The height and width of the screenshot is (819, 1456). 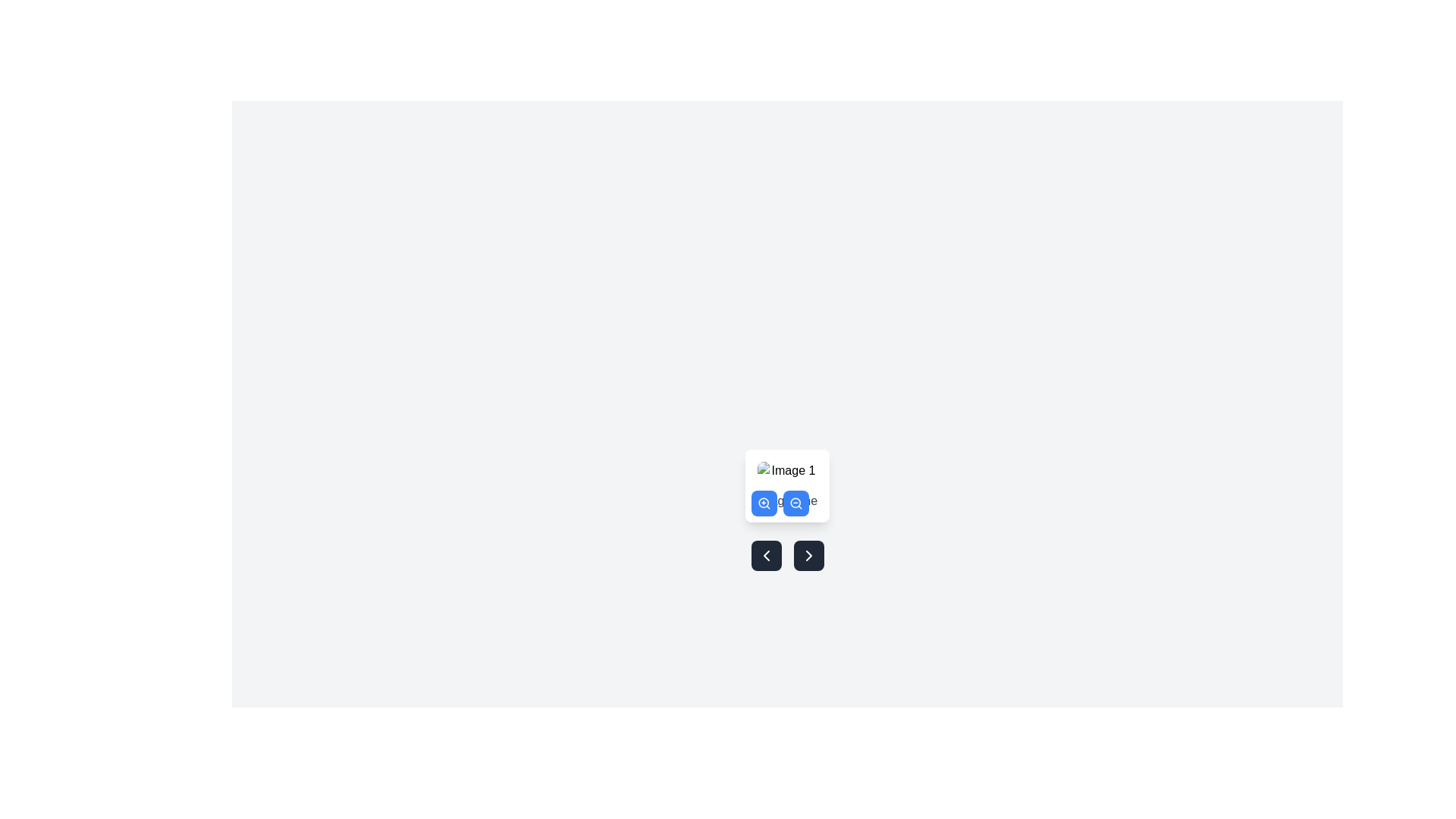 I want to click on the blue circular button with a white magnifying glass icon, so click(x=764, y=503).